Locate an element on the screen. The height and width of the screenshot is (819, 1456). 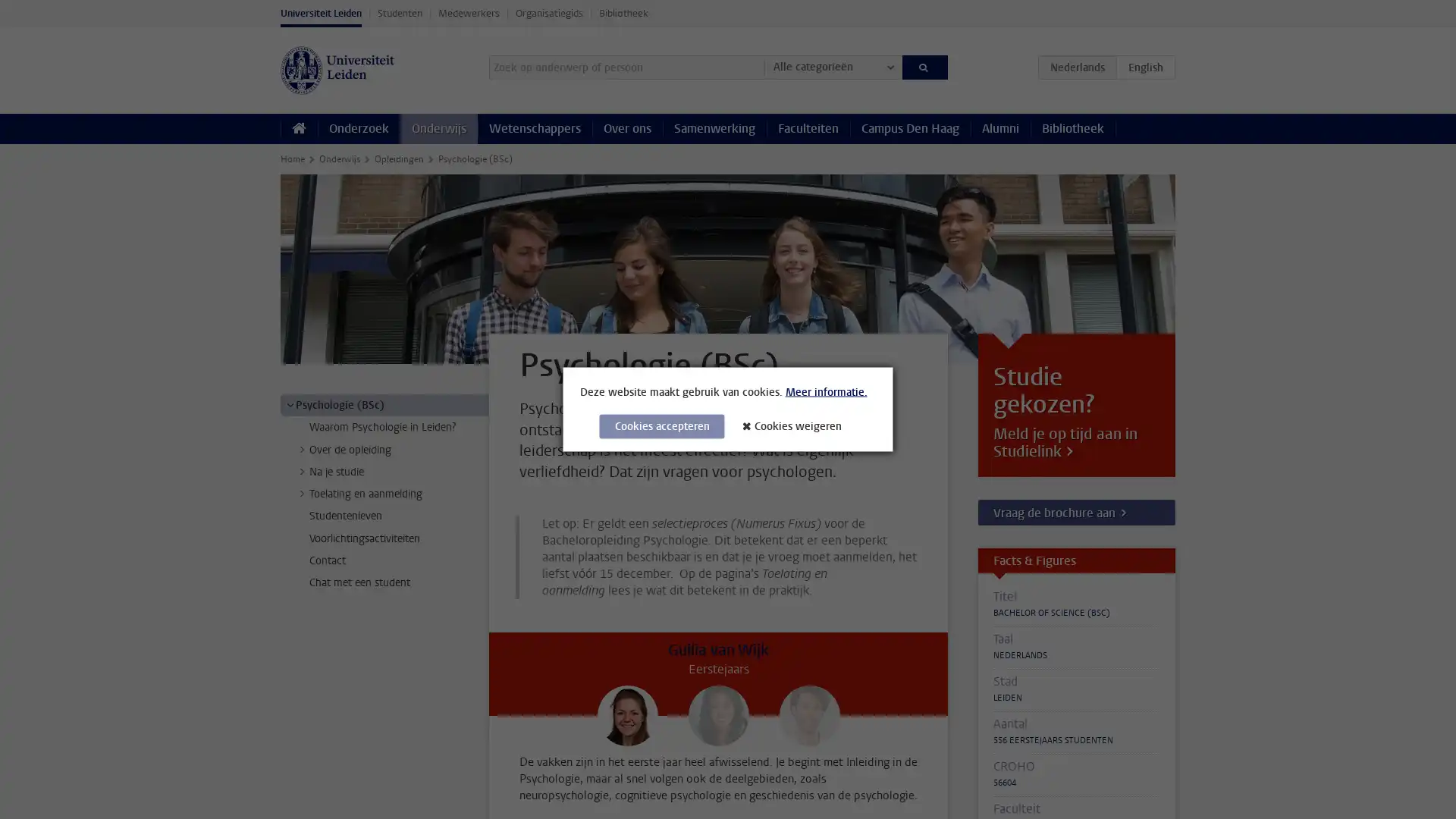
> is located at coordinates (302, 494).